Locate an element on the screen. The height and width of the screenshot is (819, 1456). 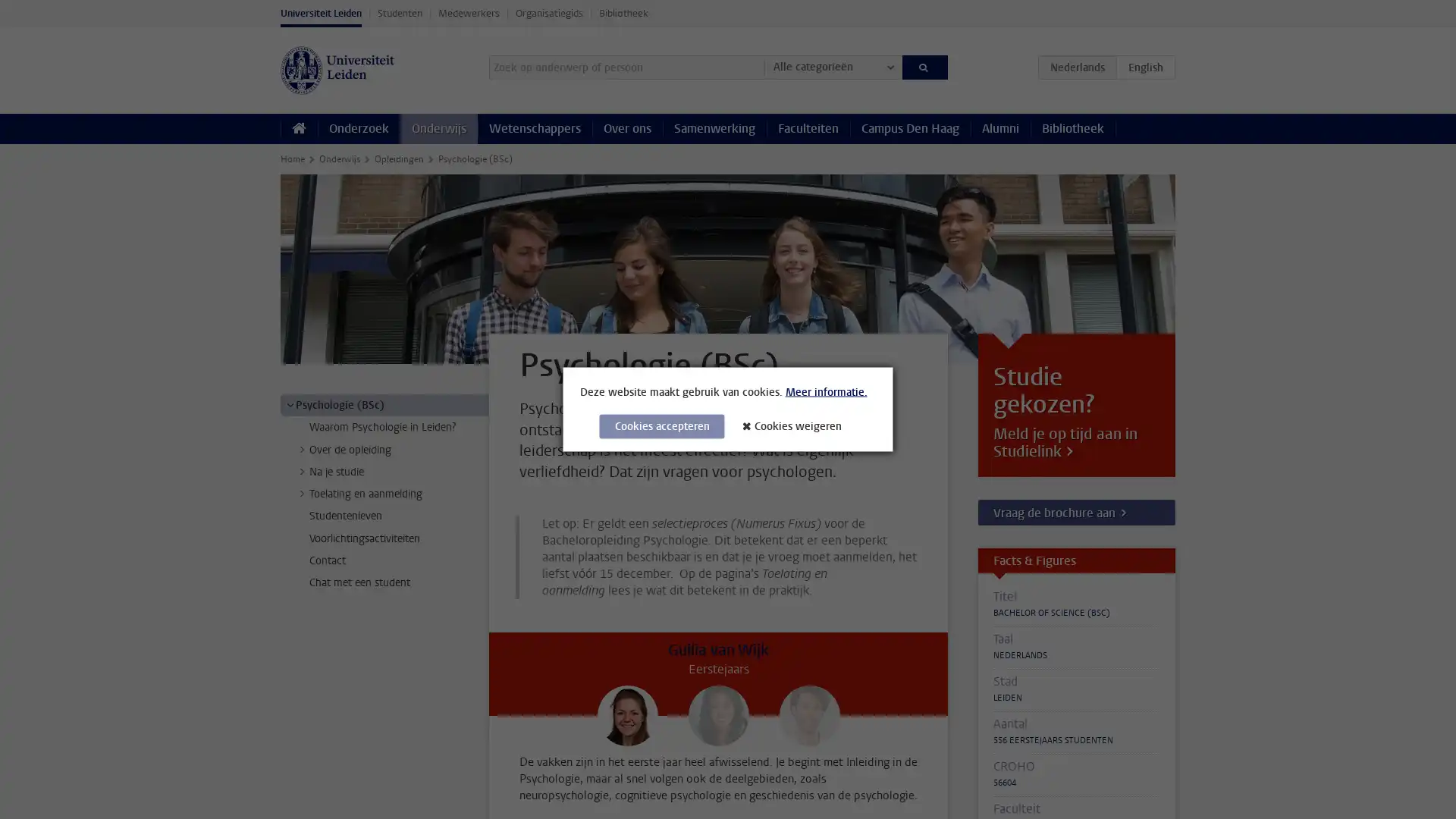
> is located at coordinates (302, 494).